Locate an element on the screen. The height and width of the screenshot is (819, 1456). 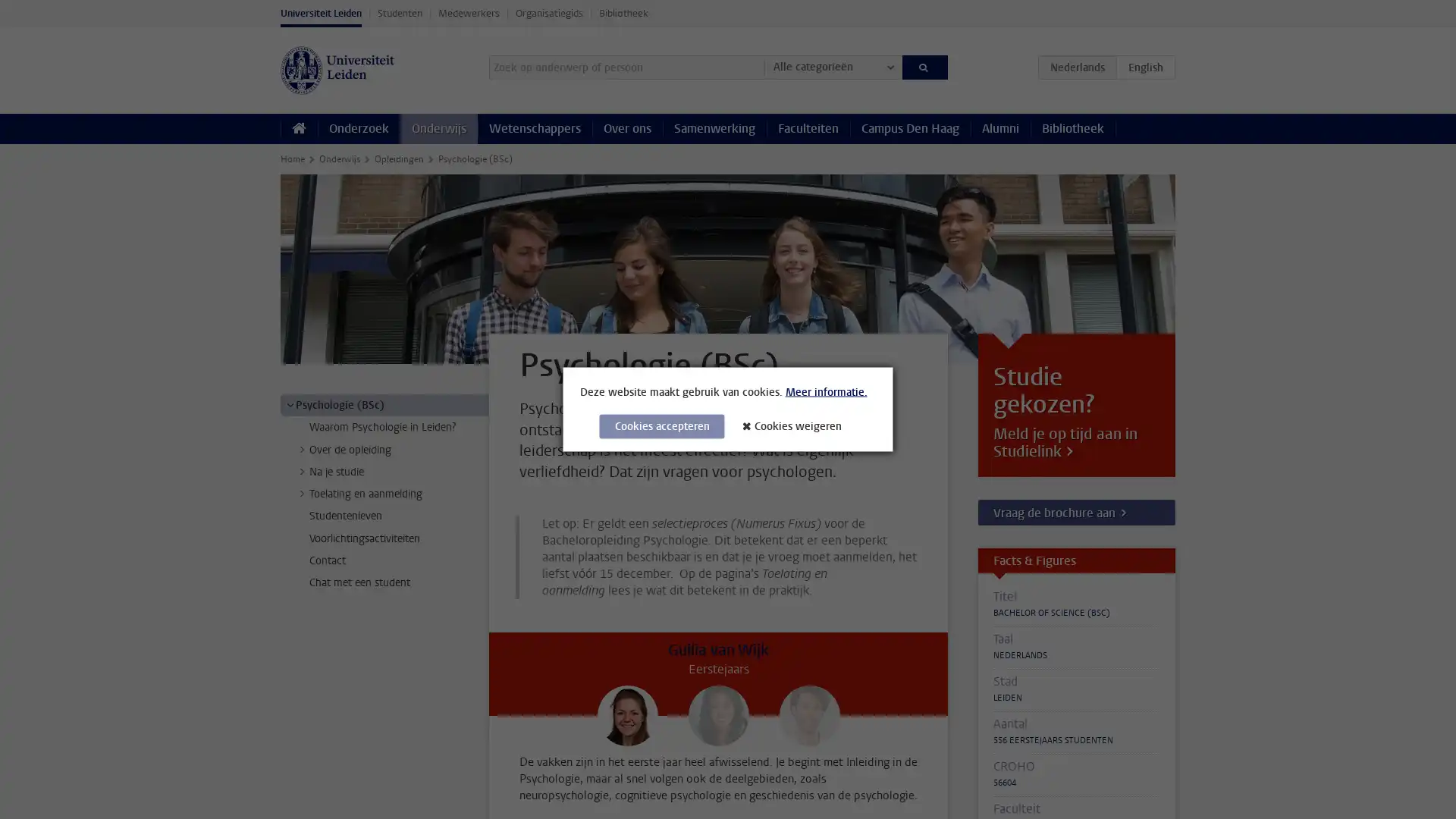
> is located at coordinates (302, 494).